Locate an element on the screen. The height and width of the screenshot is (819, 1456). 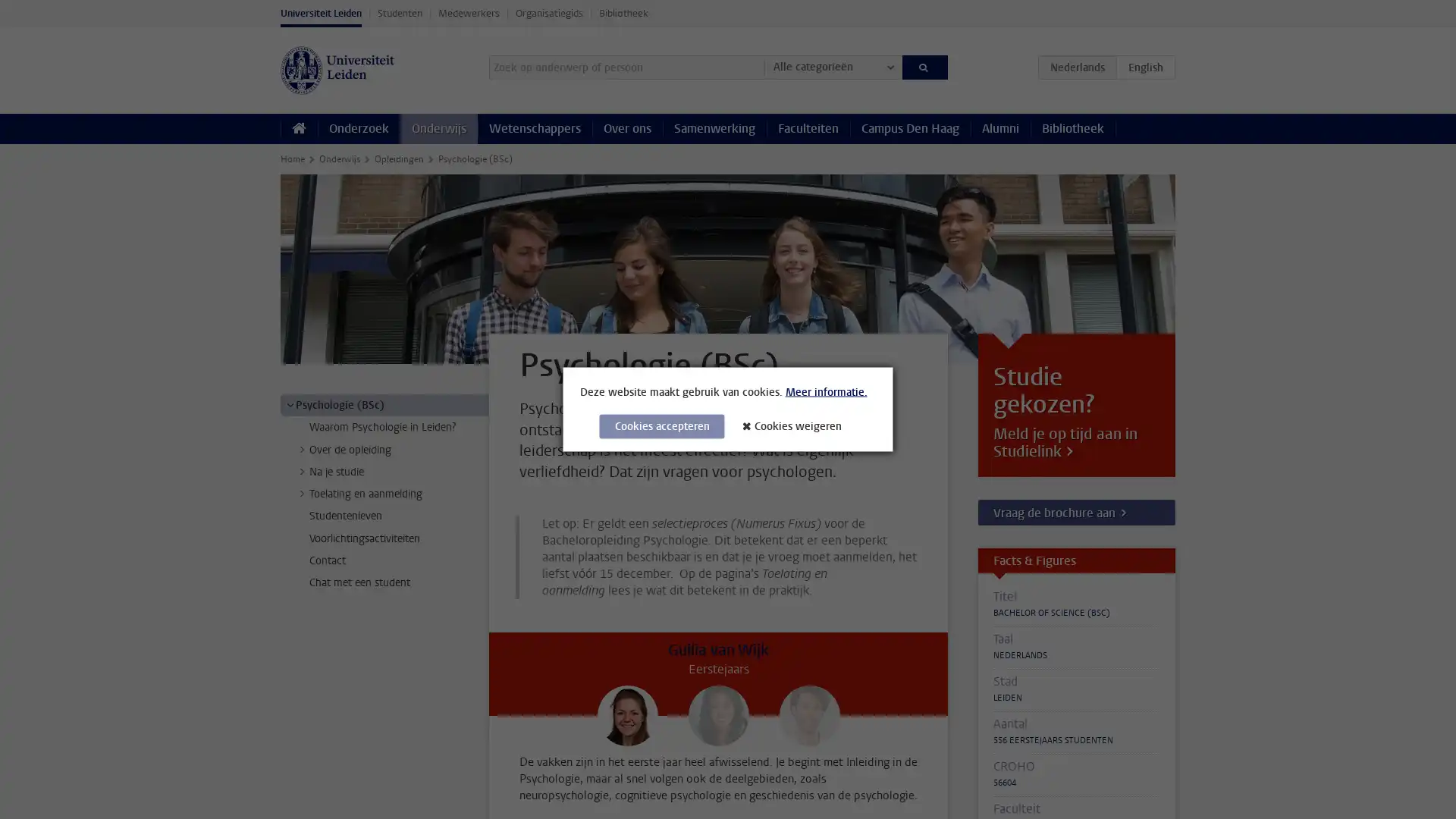
> is located at coordinates (302, 494).